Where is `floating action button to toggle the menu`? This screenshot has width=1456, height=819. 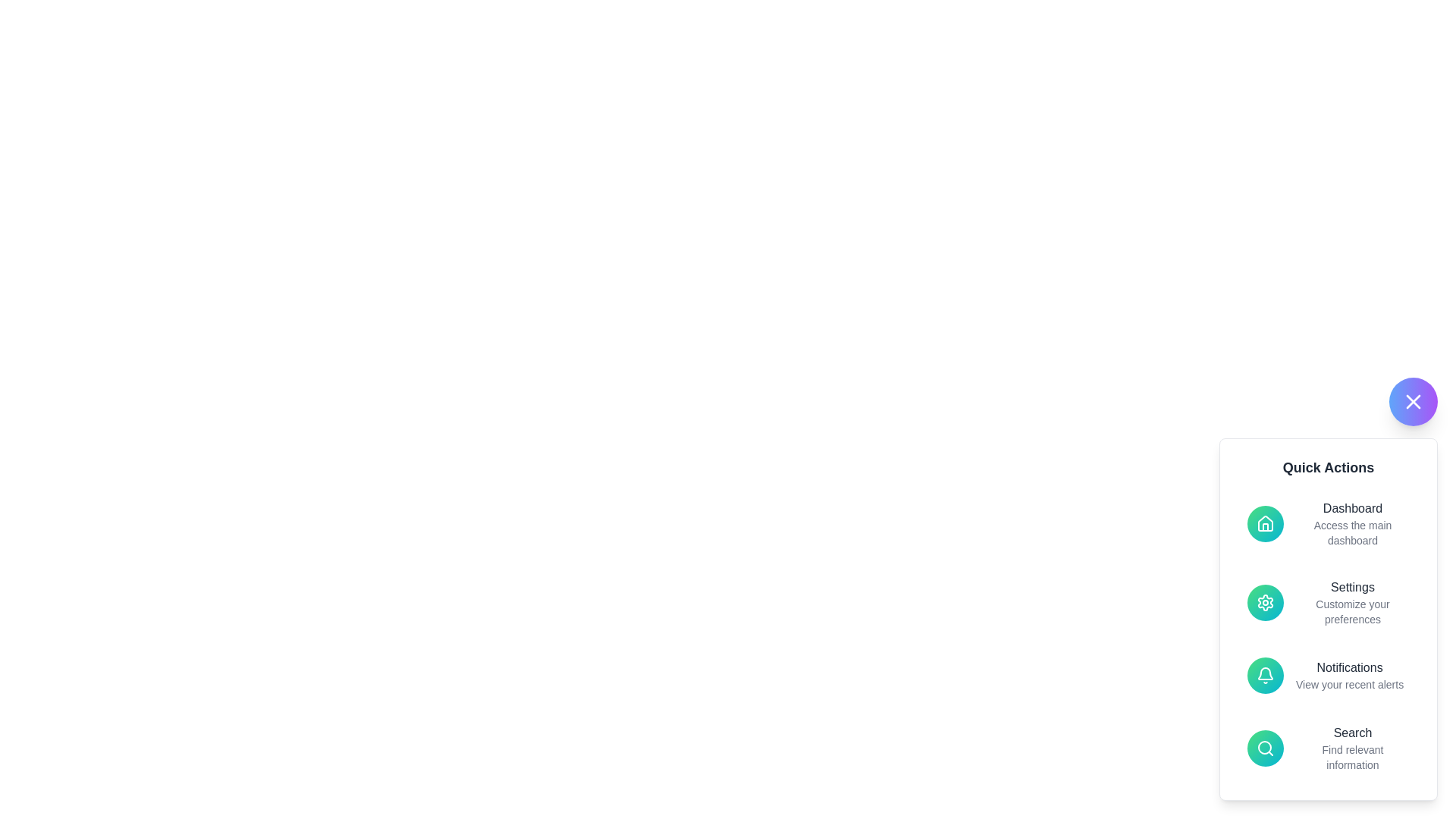 floating action button to toggle the menu is located at coordinates (1412, 400).